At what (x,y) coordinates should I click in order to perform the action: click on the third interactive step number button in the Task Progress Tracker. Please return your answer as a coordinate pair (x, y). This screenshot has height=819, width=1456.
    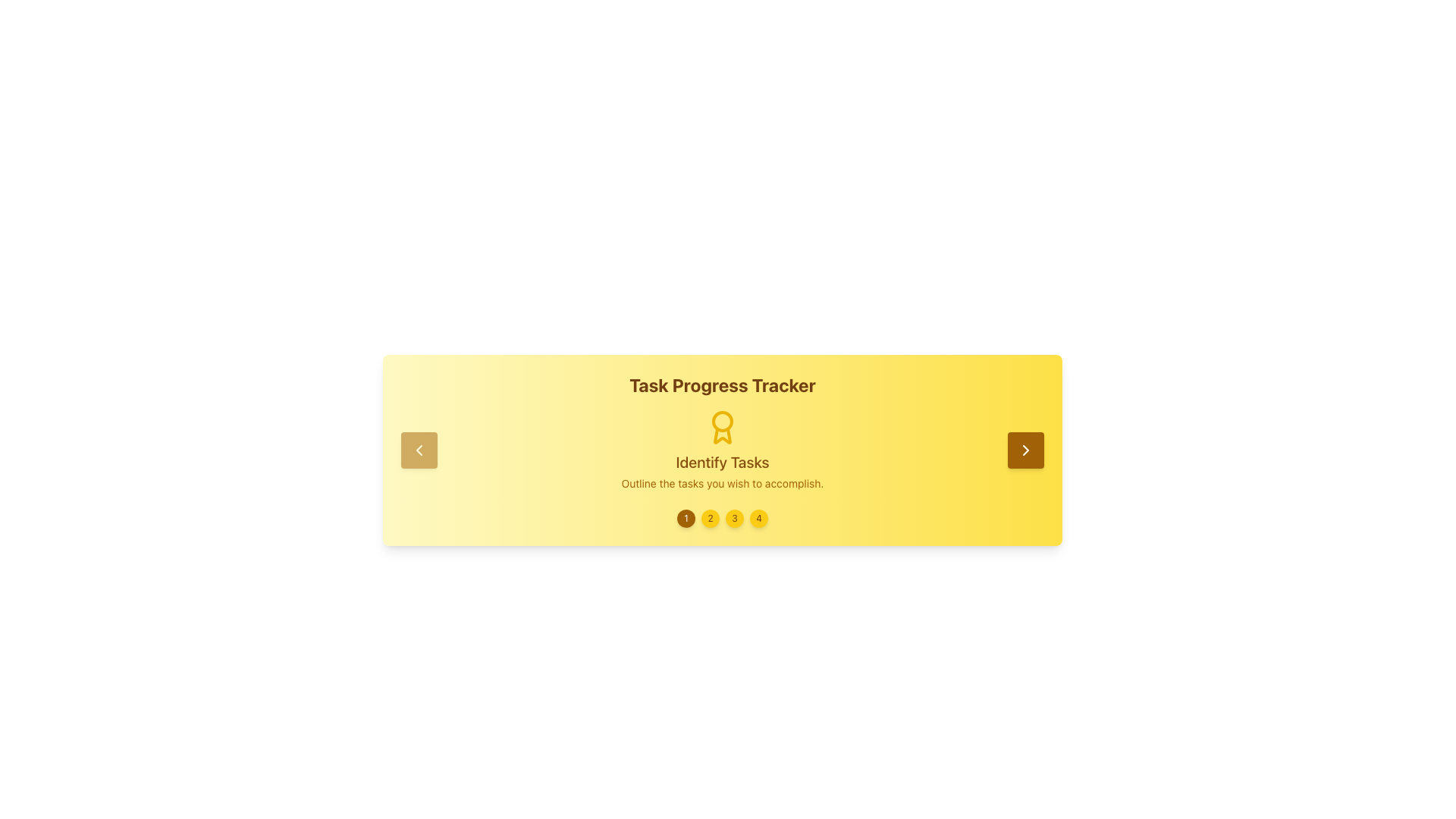
    Looking at the image, I should click on (722, 517).